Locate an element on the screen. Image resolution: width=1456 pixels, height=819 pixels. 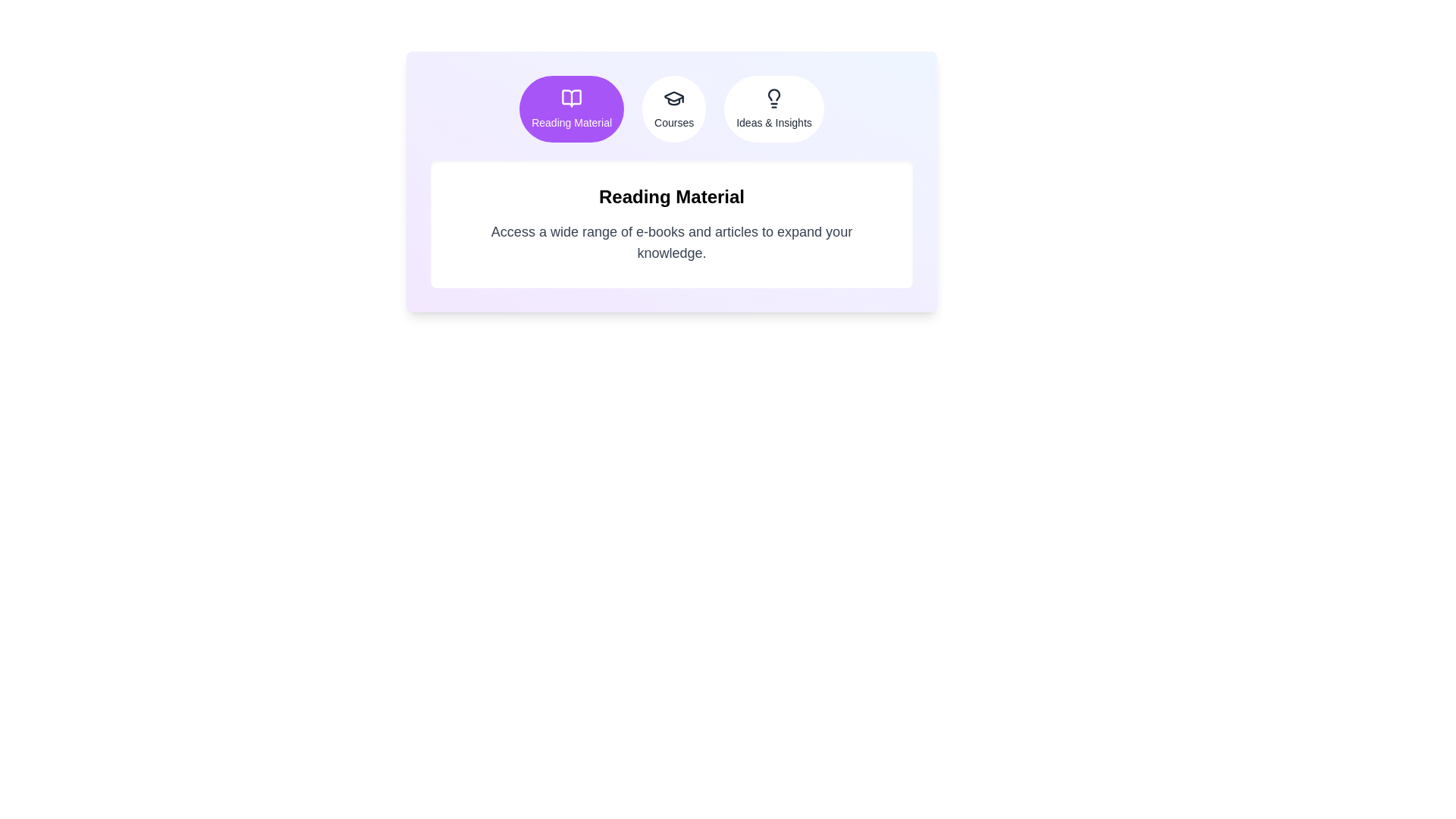
the Reading Material tab to view its content is located at coordinates (570, 108).